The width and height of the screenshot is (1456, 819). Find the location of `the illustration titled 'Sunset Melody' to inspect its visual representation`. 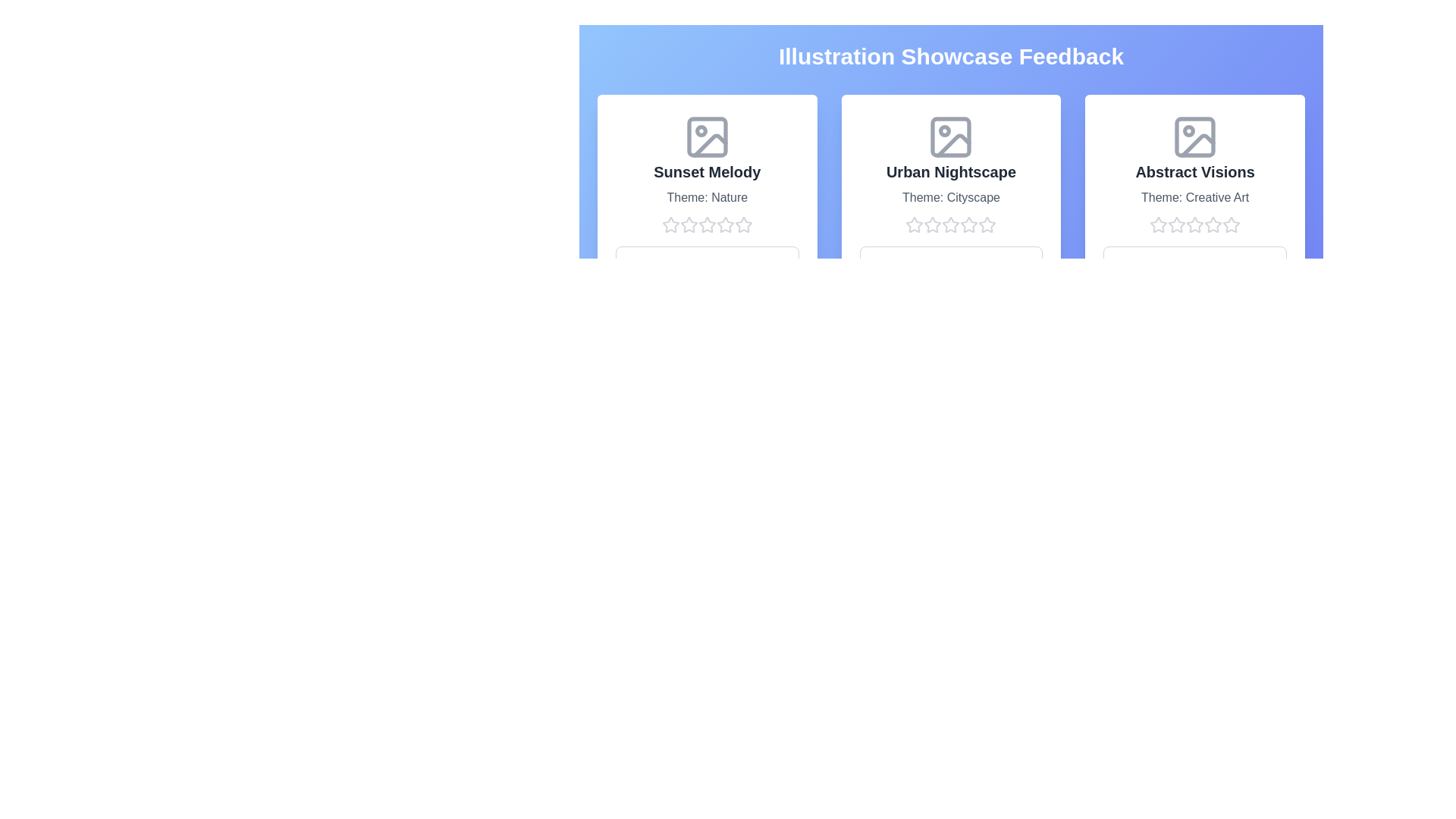

the illustration titled 'Sunset Melody' to inspect its visual representation is located at coordinates (705, 137).